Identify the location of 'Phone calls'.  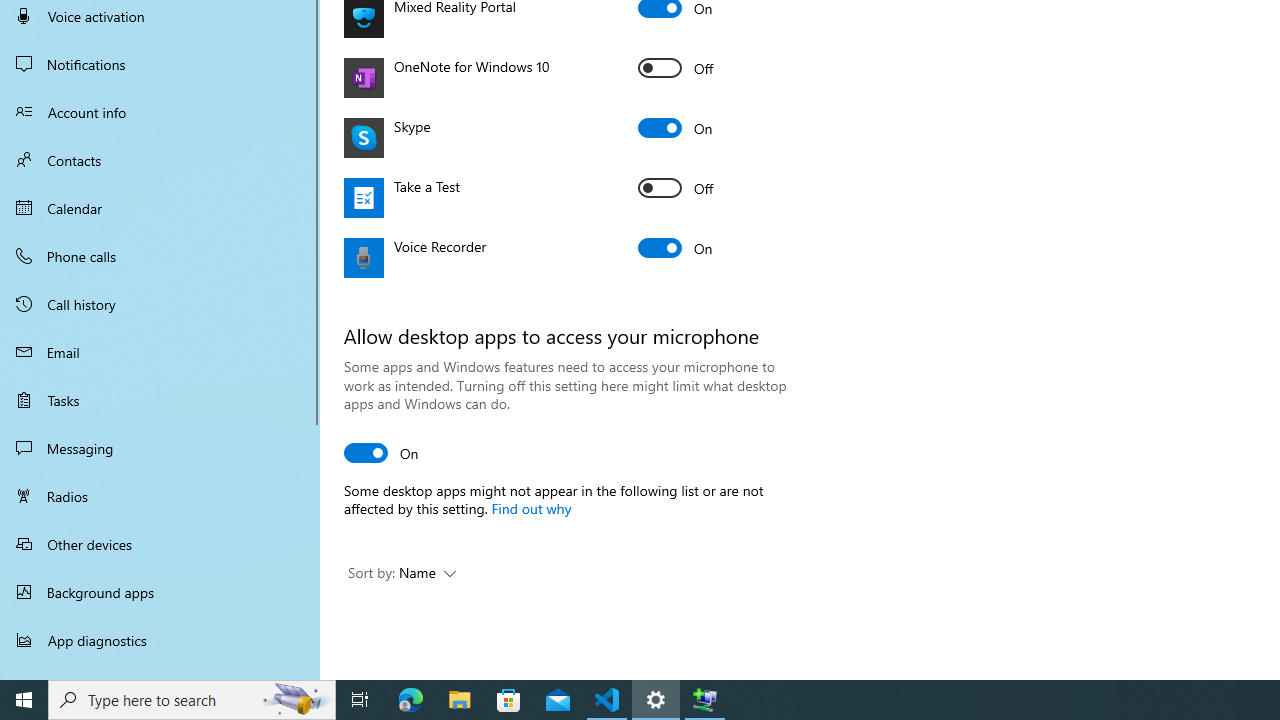
(160, 254).